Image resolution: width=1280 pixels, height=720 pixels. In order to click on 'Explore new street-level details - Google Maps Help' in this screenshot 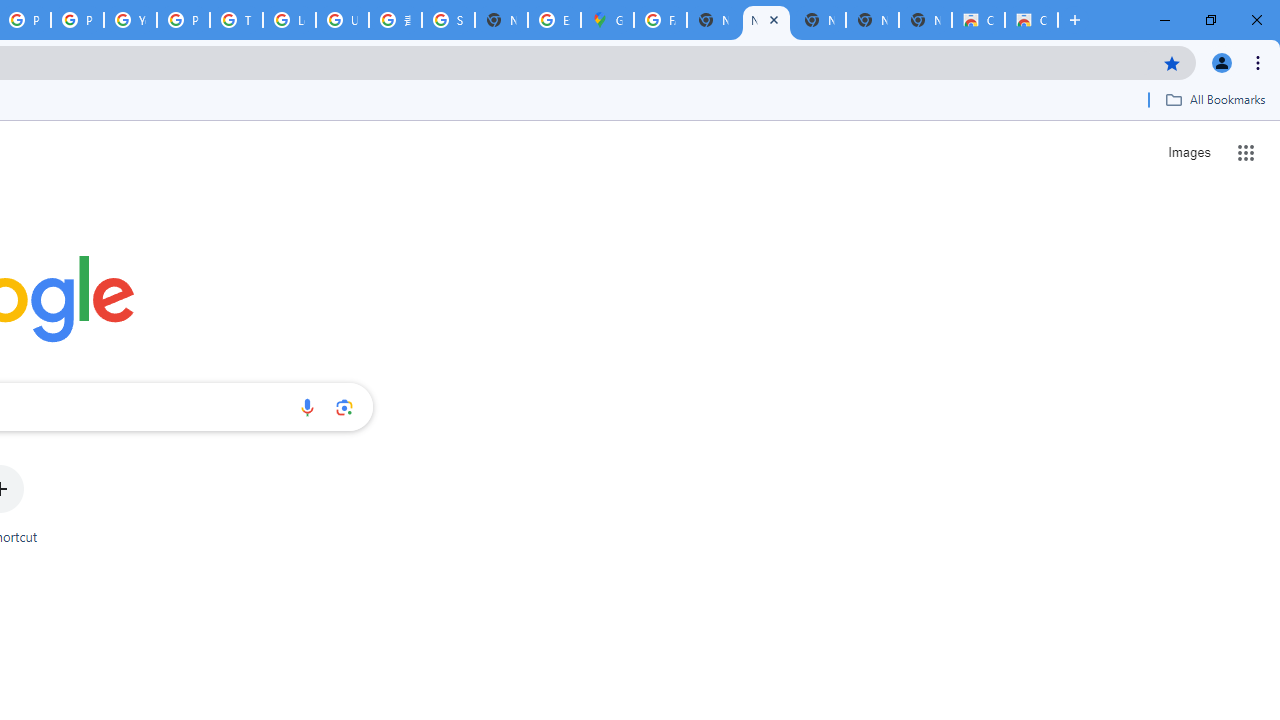, I will do `click(554, 20)`.